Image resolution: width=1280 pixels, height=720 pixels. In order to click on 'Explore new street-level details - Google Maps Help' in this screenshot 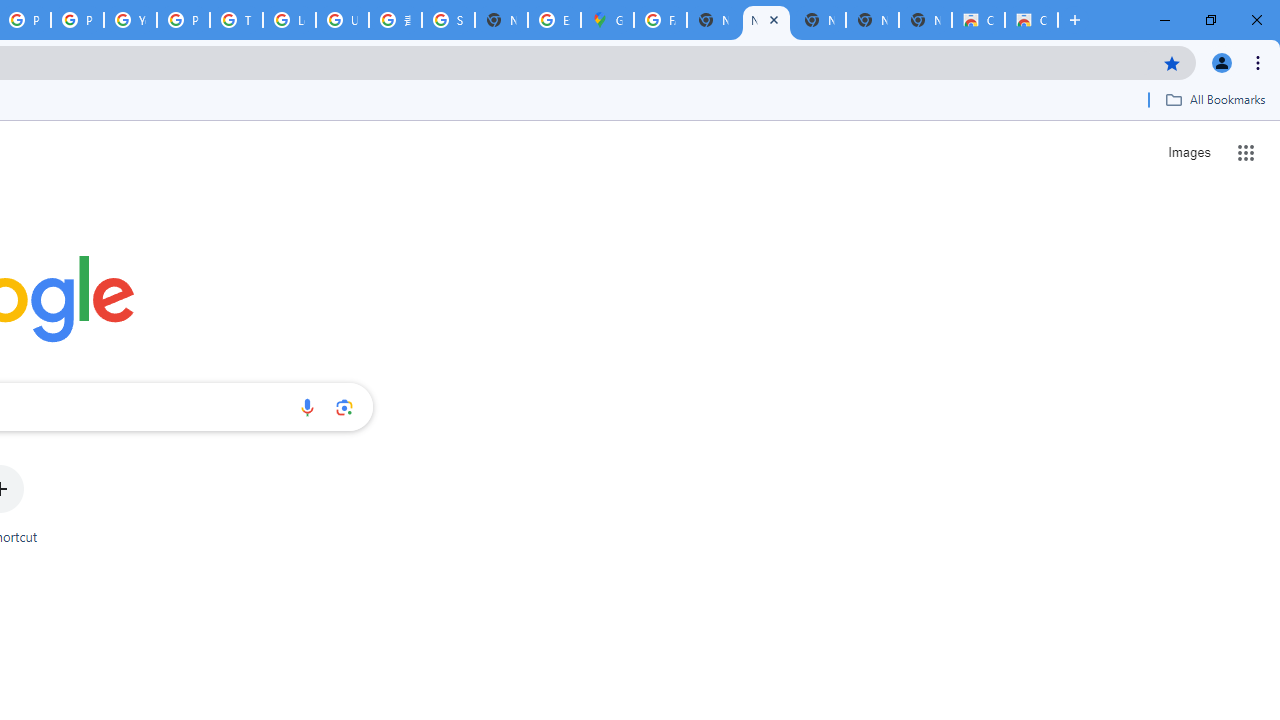, I will do `click(554, 20)`.